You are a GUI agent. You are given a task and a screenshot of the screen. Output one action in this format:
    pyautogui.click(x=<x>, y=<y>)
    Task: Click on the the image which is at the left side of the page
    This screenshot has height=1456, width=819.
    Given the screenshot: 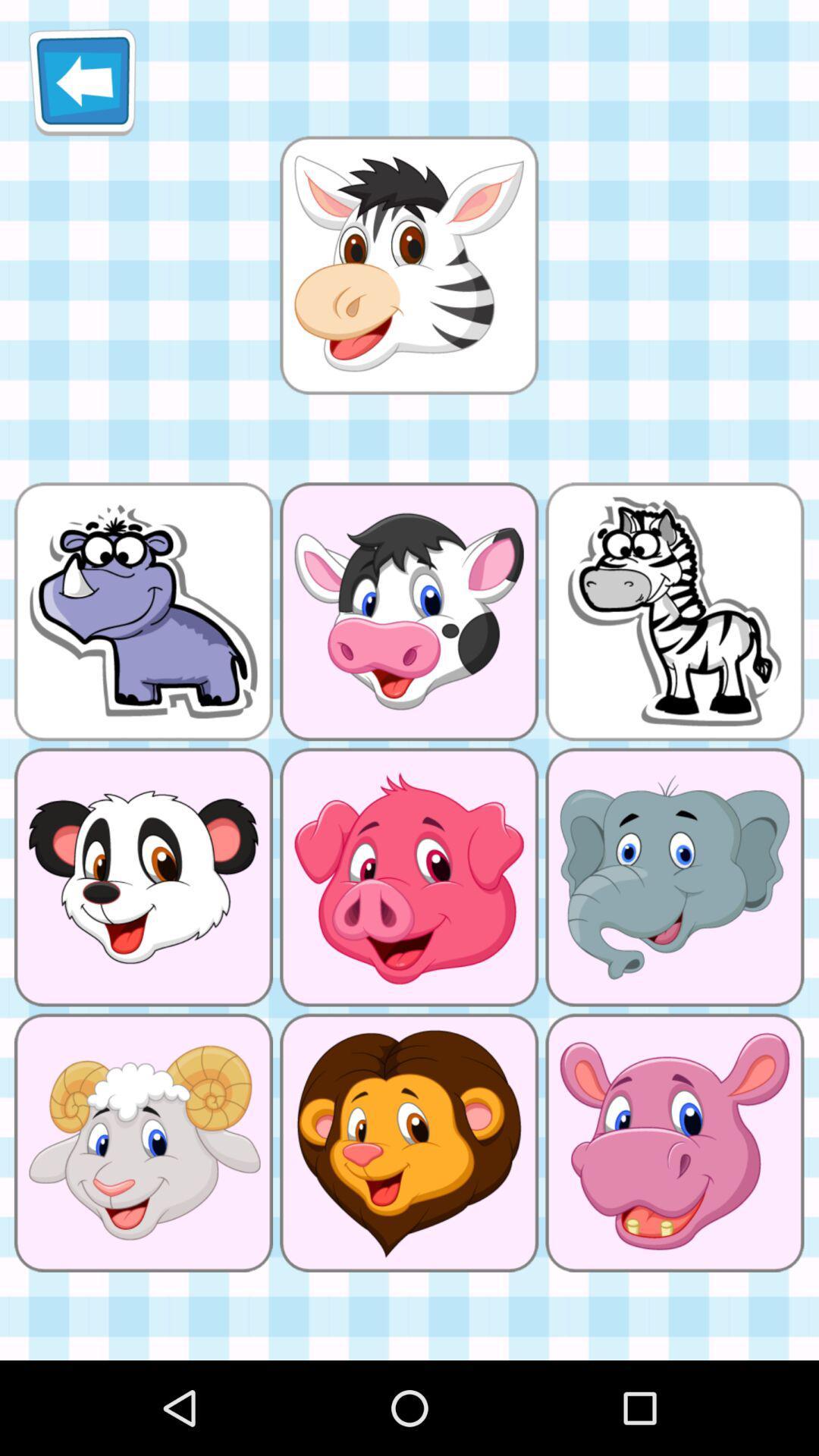 What is the action you would take?
    pyautogui.click(x=143, y=611)
    